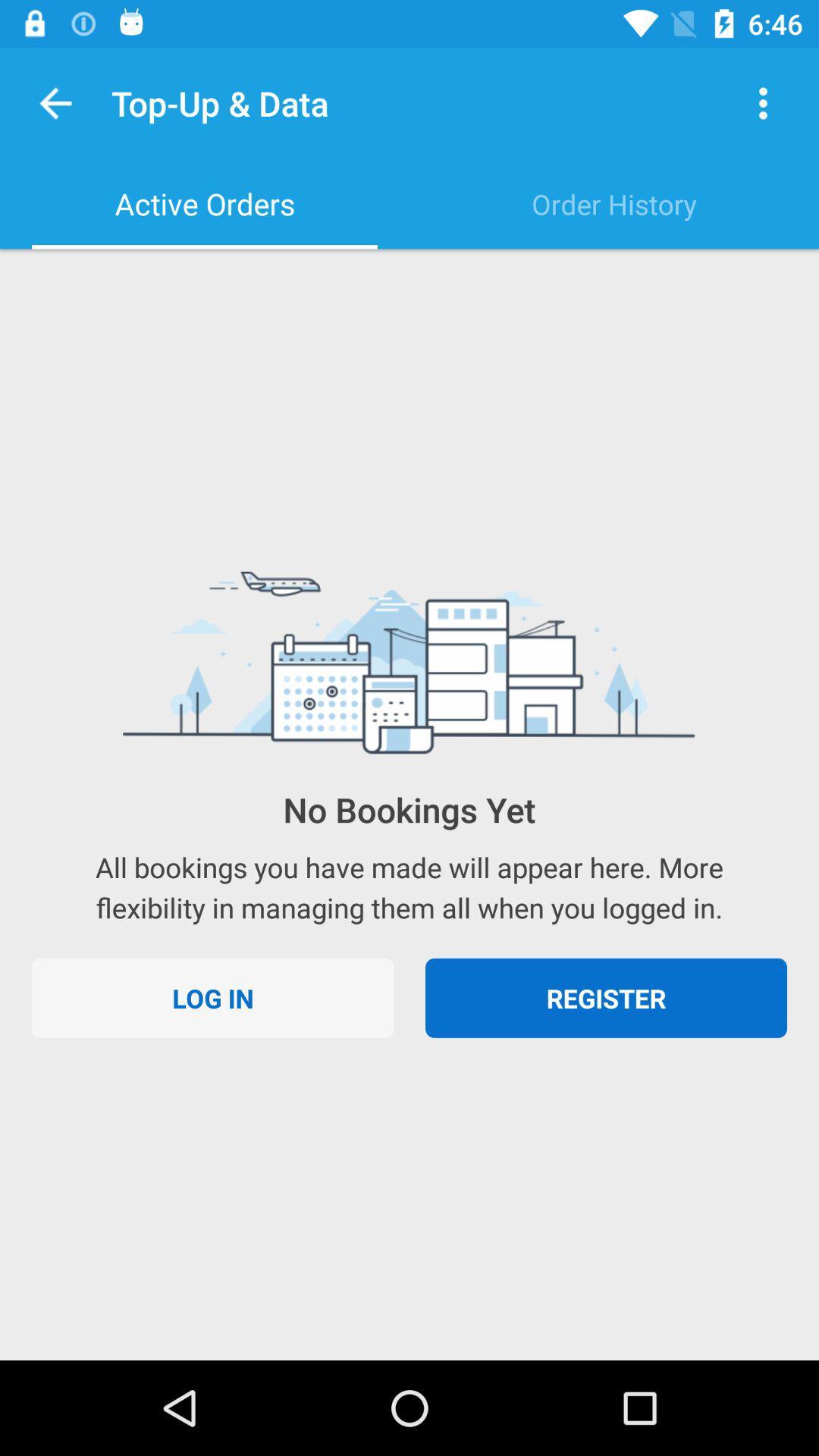  Describe the element at coordinates (605, 998) in the screenshot. I see `the icon to the right of the log in item` at that location.